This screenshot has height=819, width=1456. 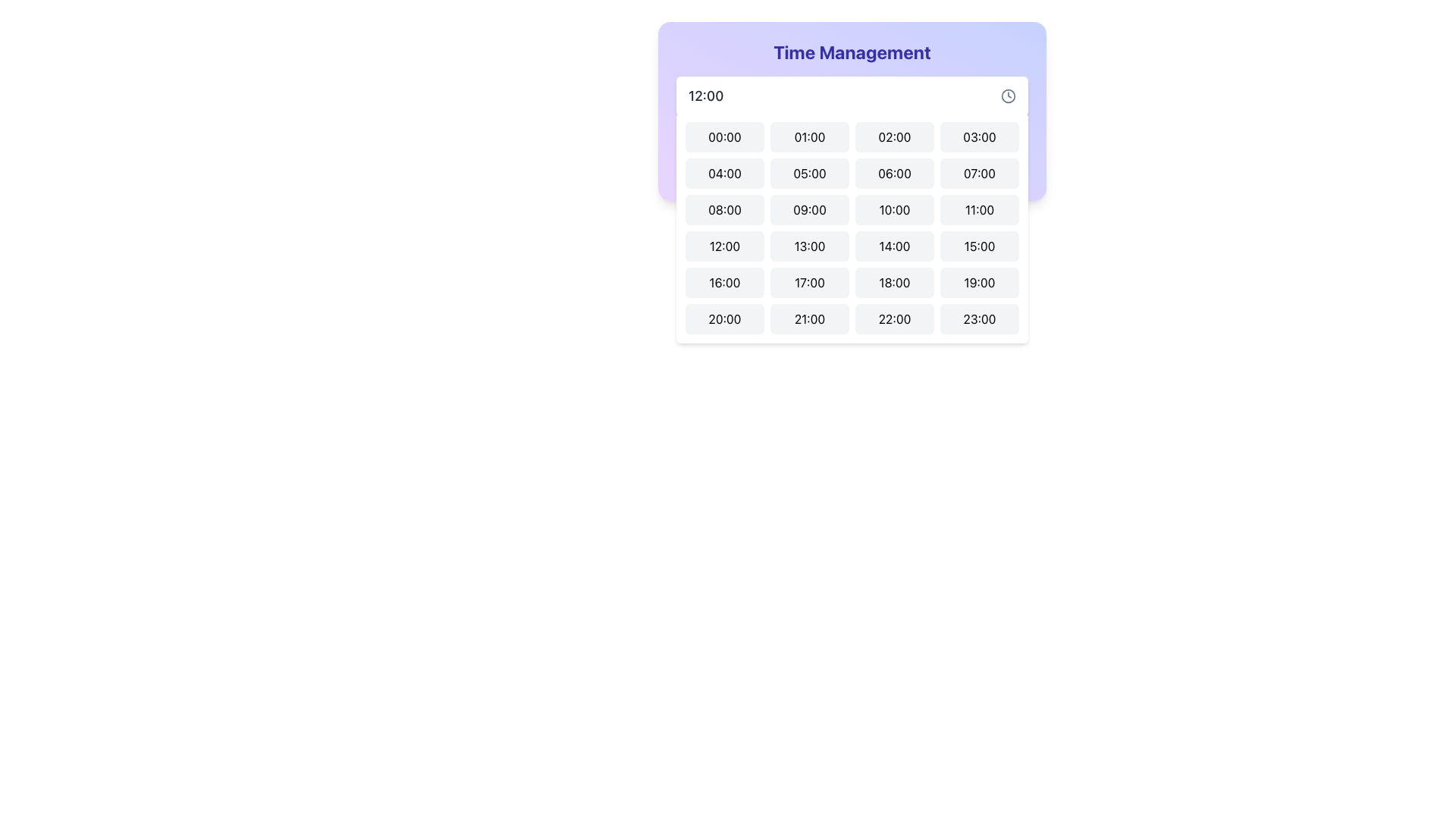 What do you see at coordinates (809, 283) in the screenshot?
I see `the selectable time slot button for 5:00 PM in the time selection interface within the 'Time Management' popup` at bounding box center [809, 283].